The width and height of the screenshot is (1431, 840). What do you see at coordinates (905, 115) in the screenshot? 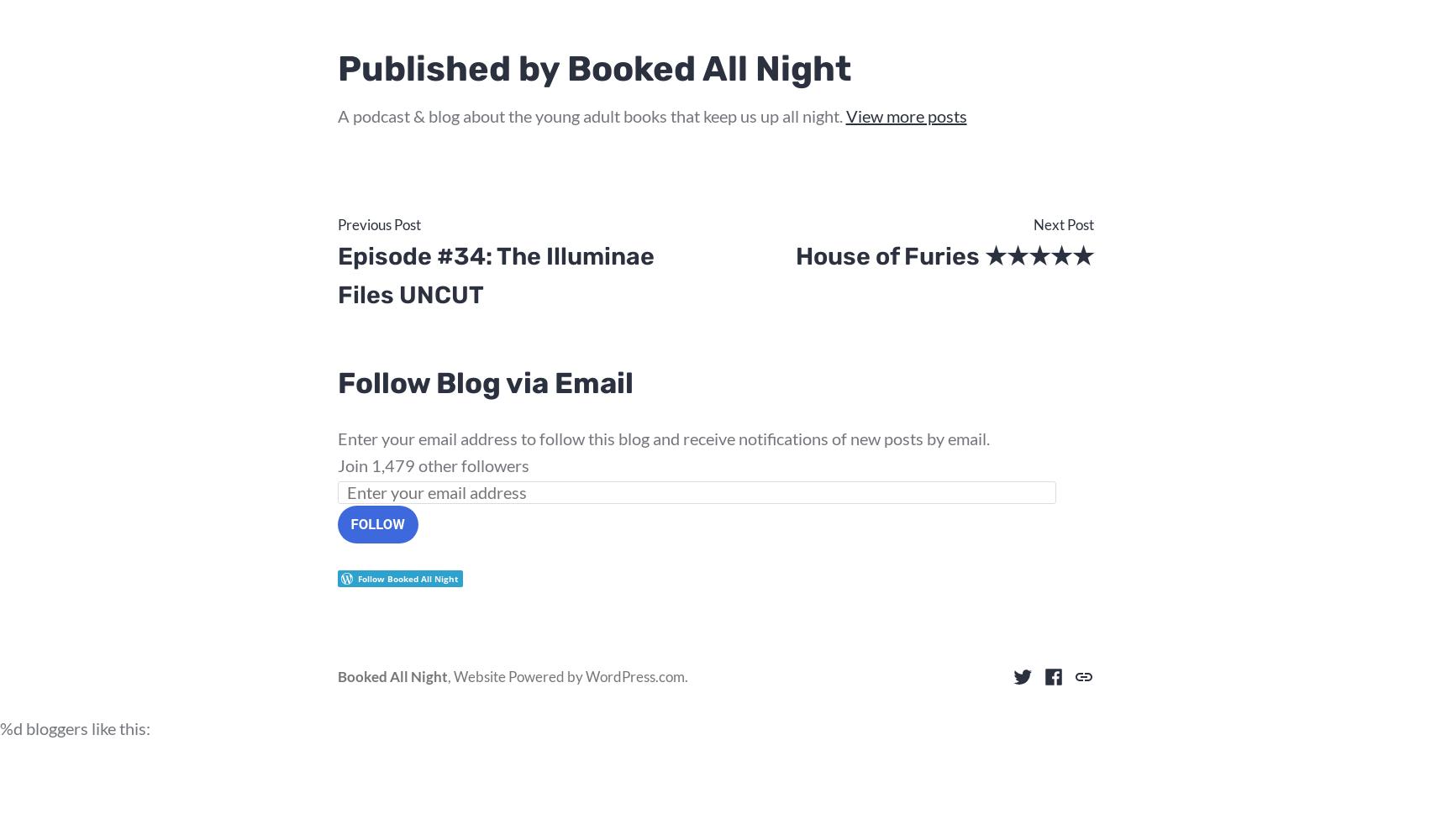
I see `'View more posts'` at bounding box center [905, 115].